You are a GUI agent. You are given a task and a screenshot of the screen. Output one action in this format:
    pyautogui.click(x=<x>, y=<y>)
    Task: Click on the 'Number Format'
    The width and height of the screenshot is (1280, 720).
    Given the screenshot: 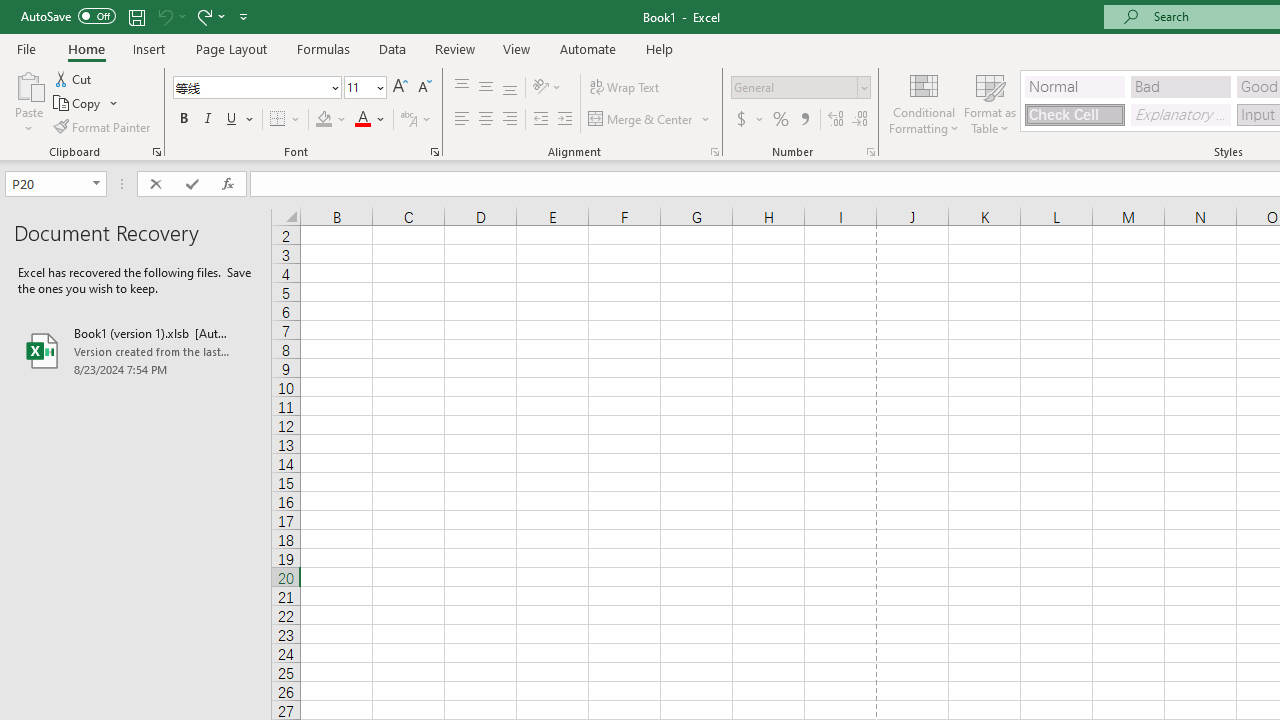 What is the action you would take?
    pyautogui.click(x=800, y=86)
    